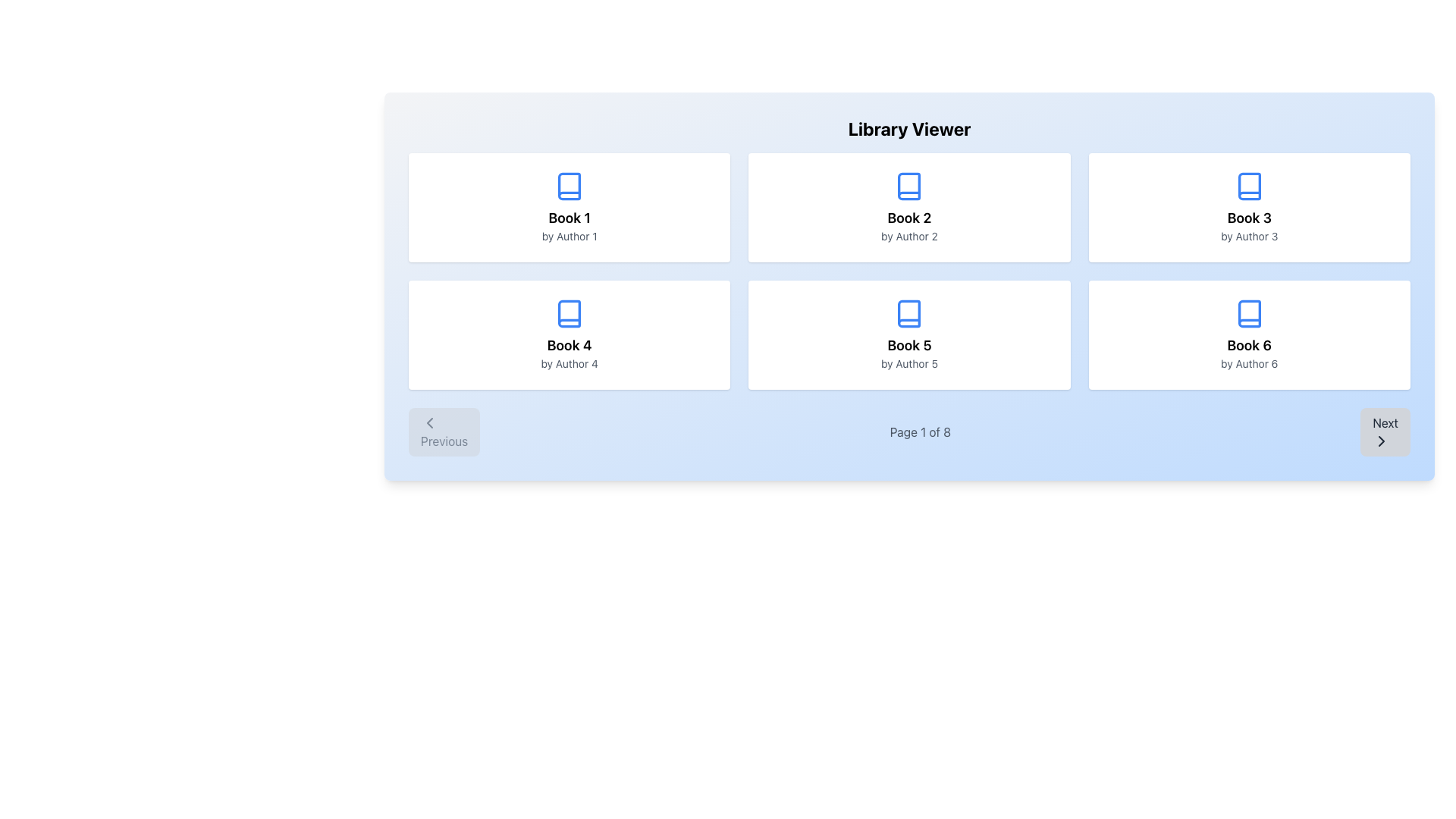  I want to click on the text label displaying 'Book 5' in bold, located within the card layout for 'Book 5' by 'Author 5', in the second row and third column of the grid, so click(909, 345).